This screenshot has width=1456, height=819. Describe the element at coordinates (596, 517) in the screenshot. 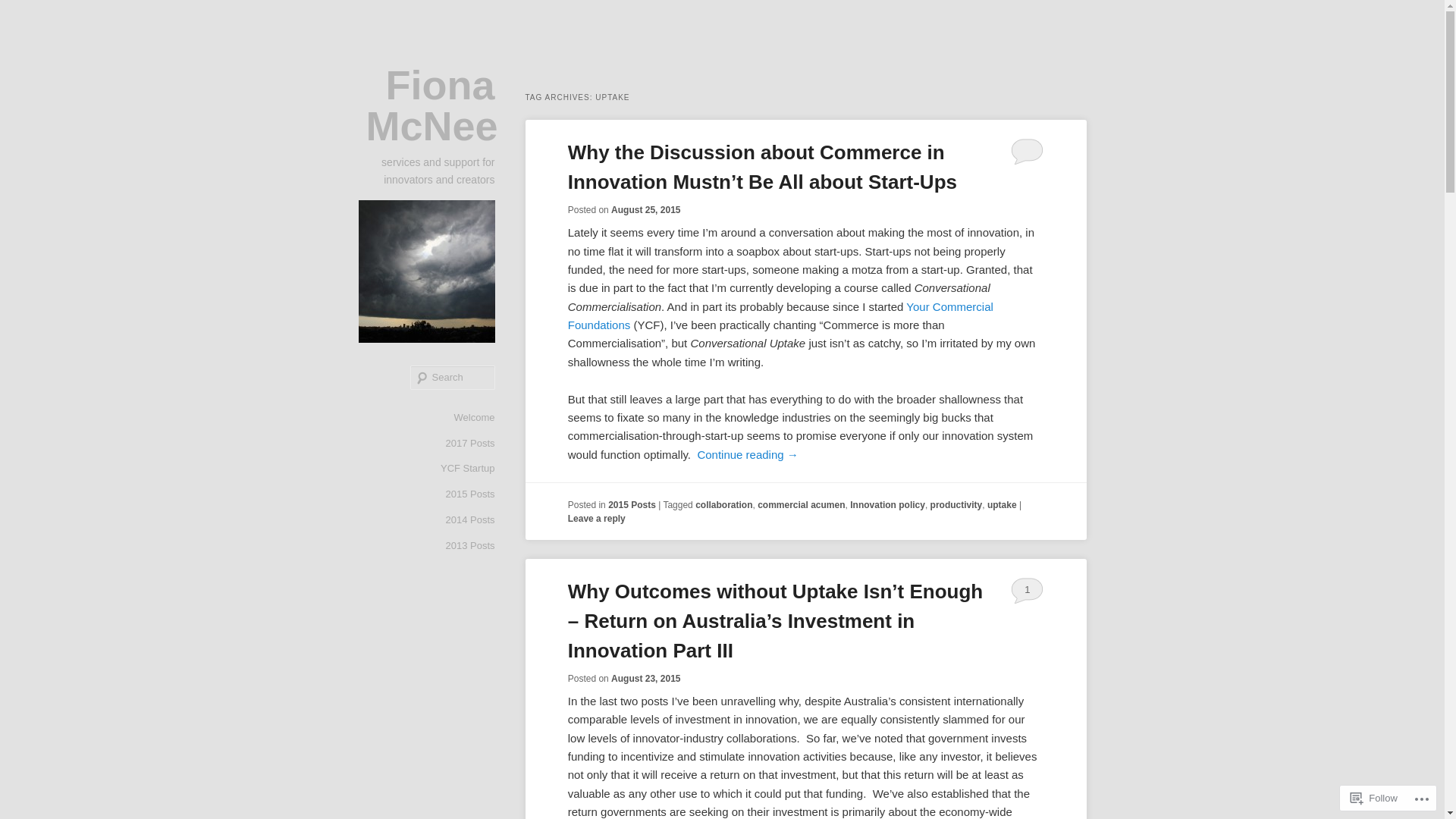

I see `'Leave a reply'` at that location.